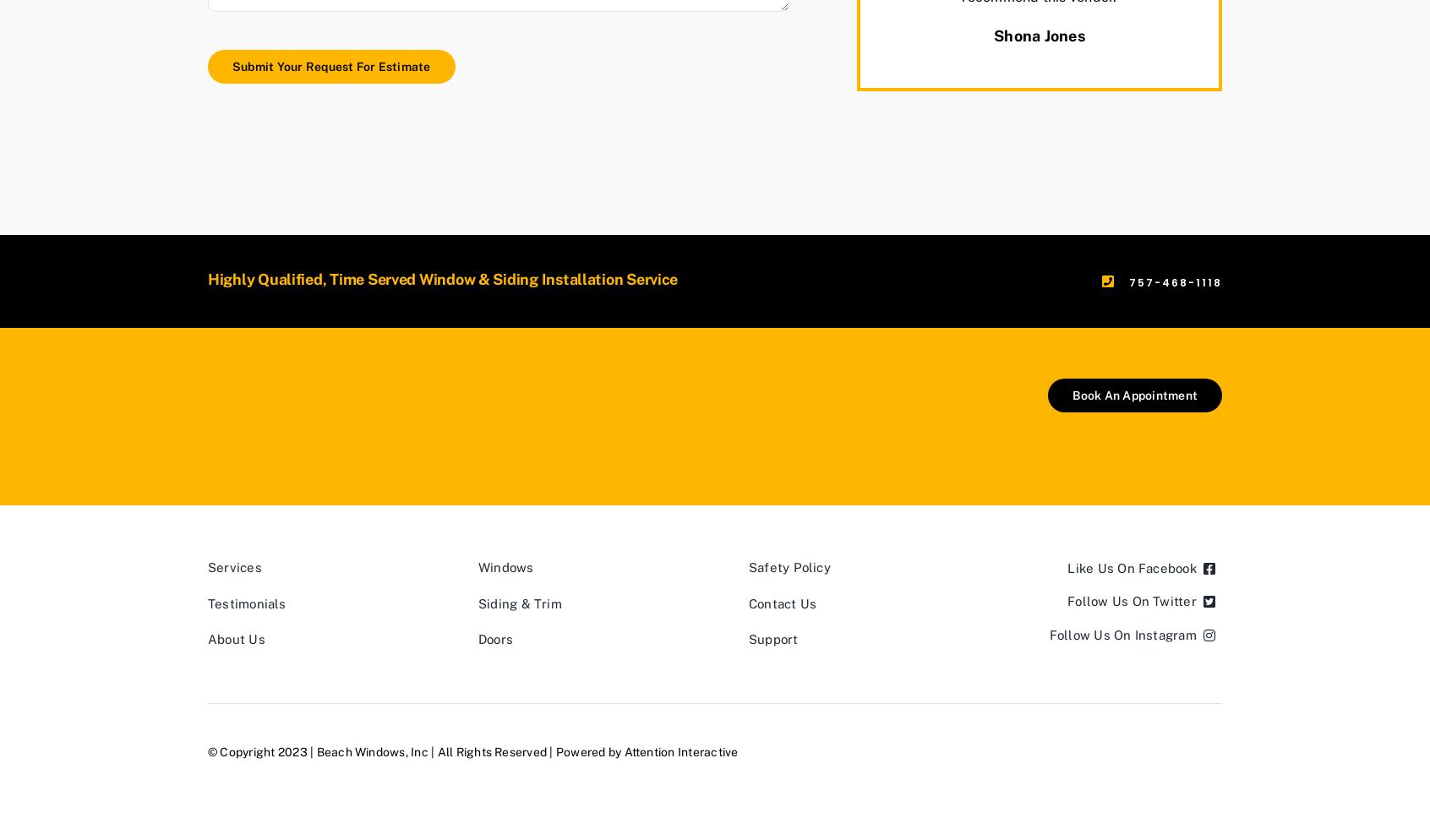  I want to click on 'Follow Us On Twitter', so click(1131, 601).